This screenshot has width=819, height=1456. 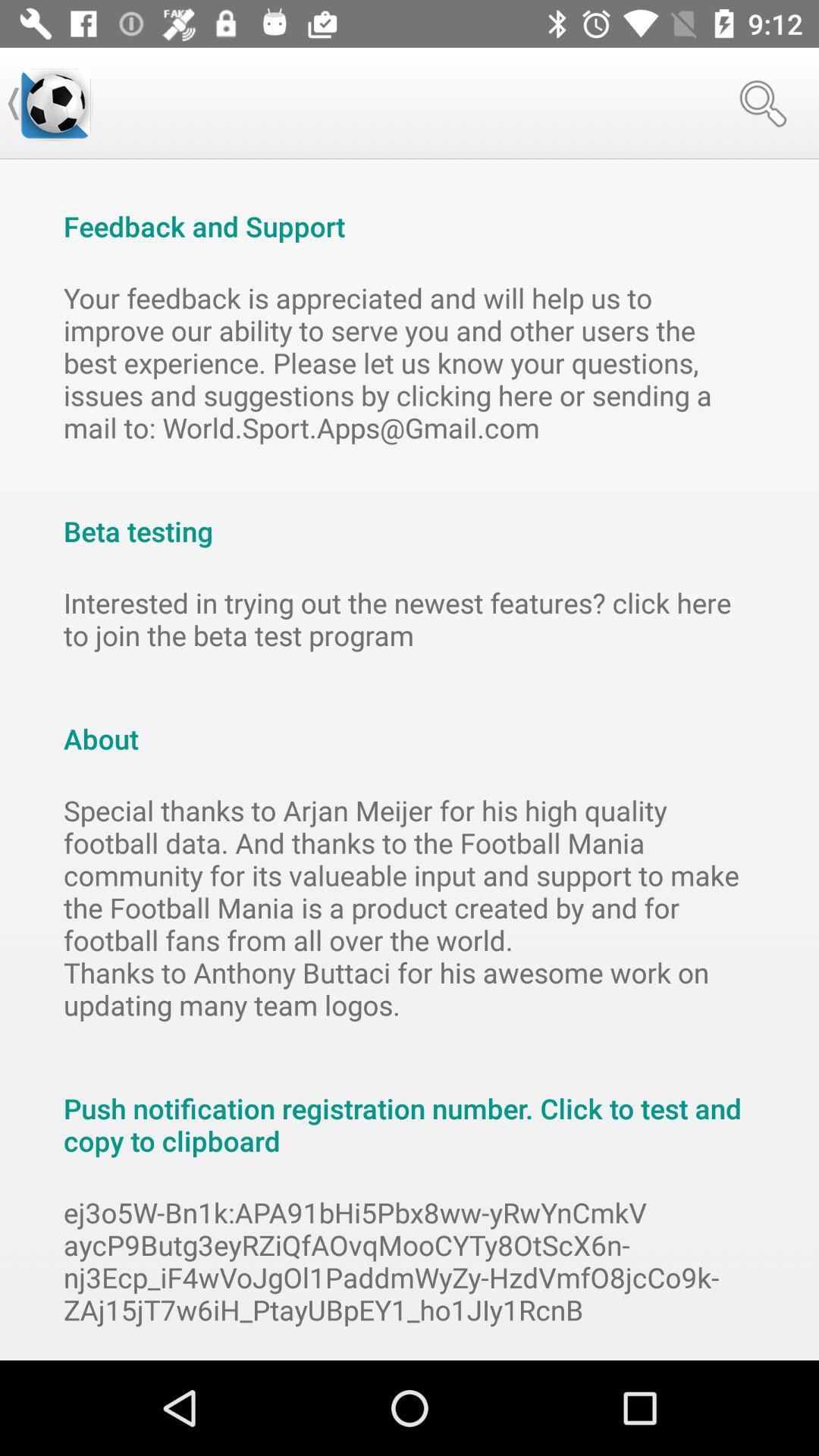 I want to click on the about item, so click(x=409, y=722).